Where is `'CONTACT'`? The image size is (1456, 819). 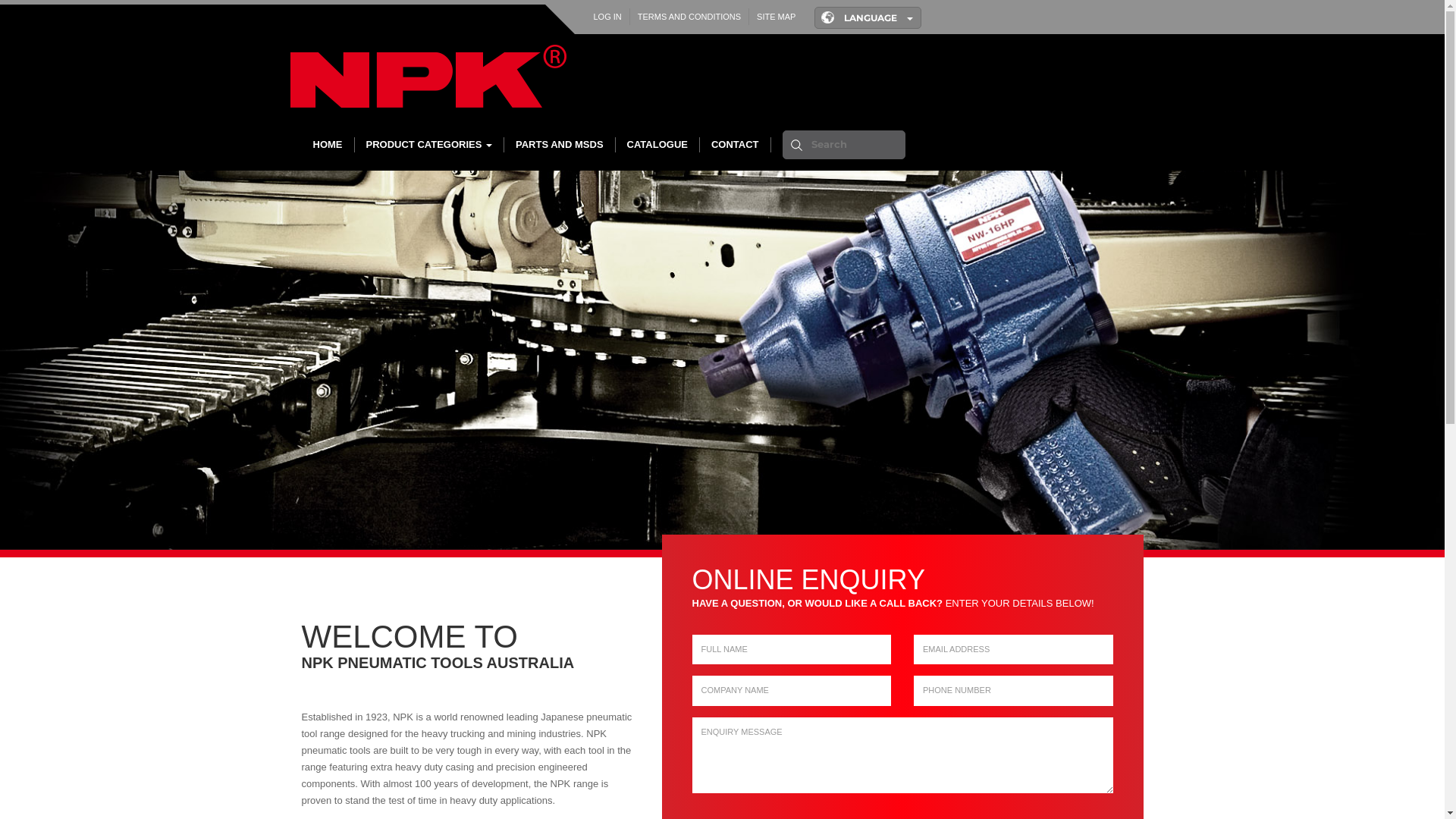 'CONTACT' is located at coordinates (735, 145).